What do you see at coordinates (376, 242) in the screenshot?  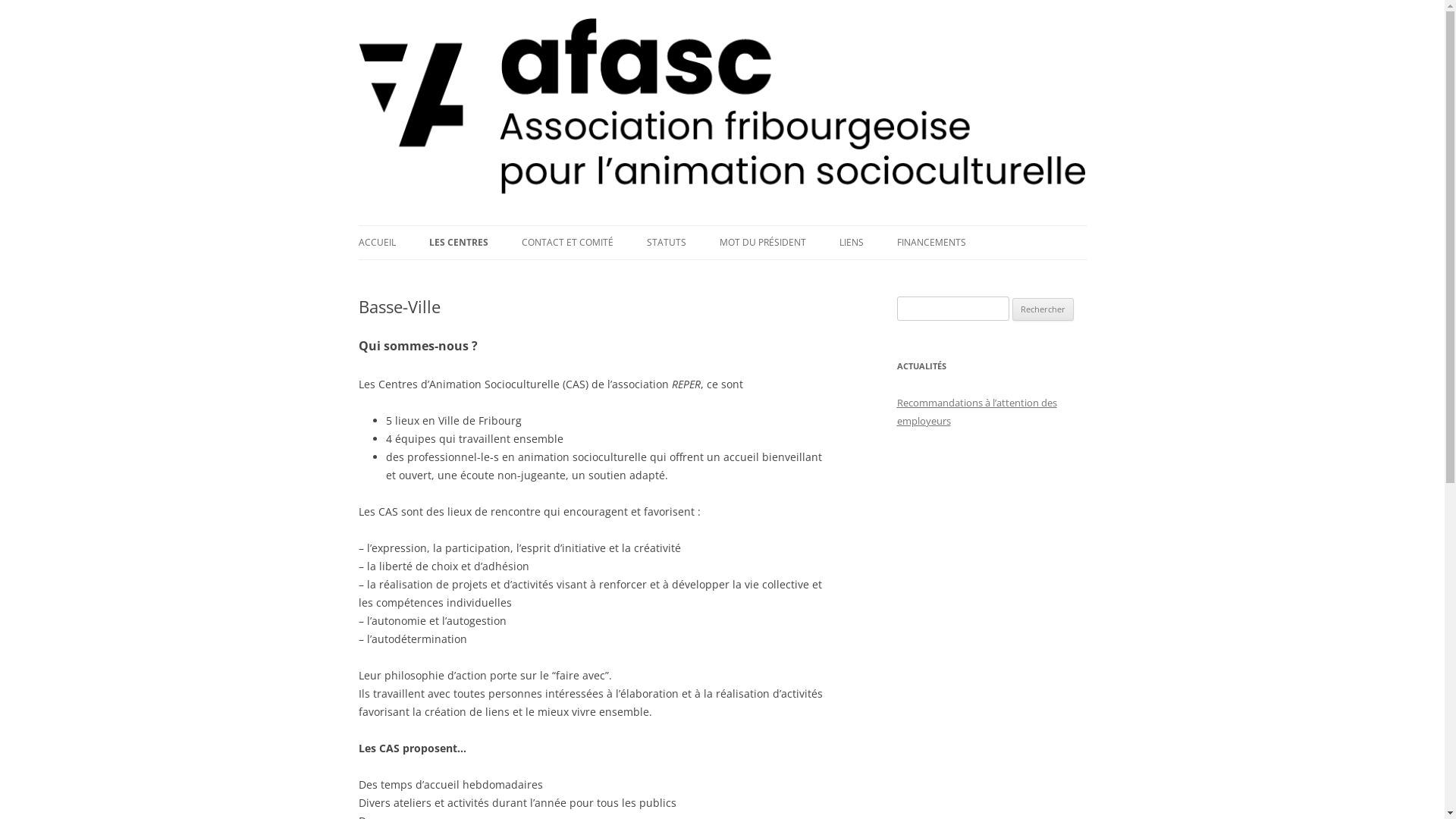 I see `'ACCUEIL'` at bounding box center [376, 242].